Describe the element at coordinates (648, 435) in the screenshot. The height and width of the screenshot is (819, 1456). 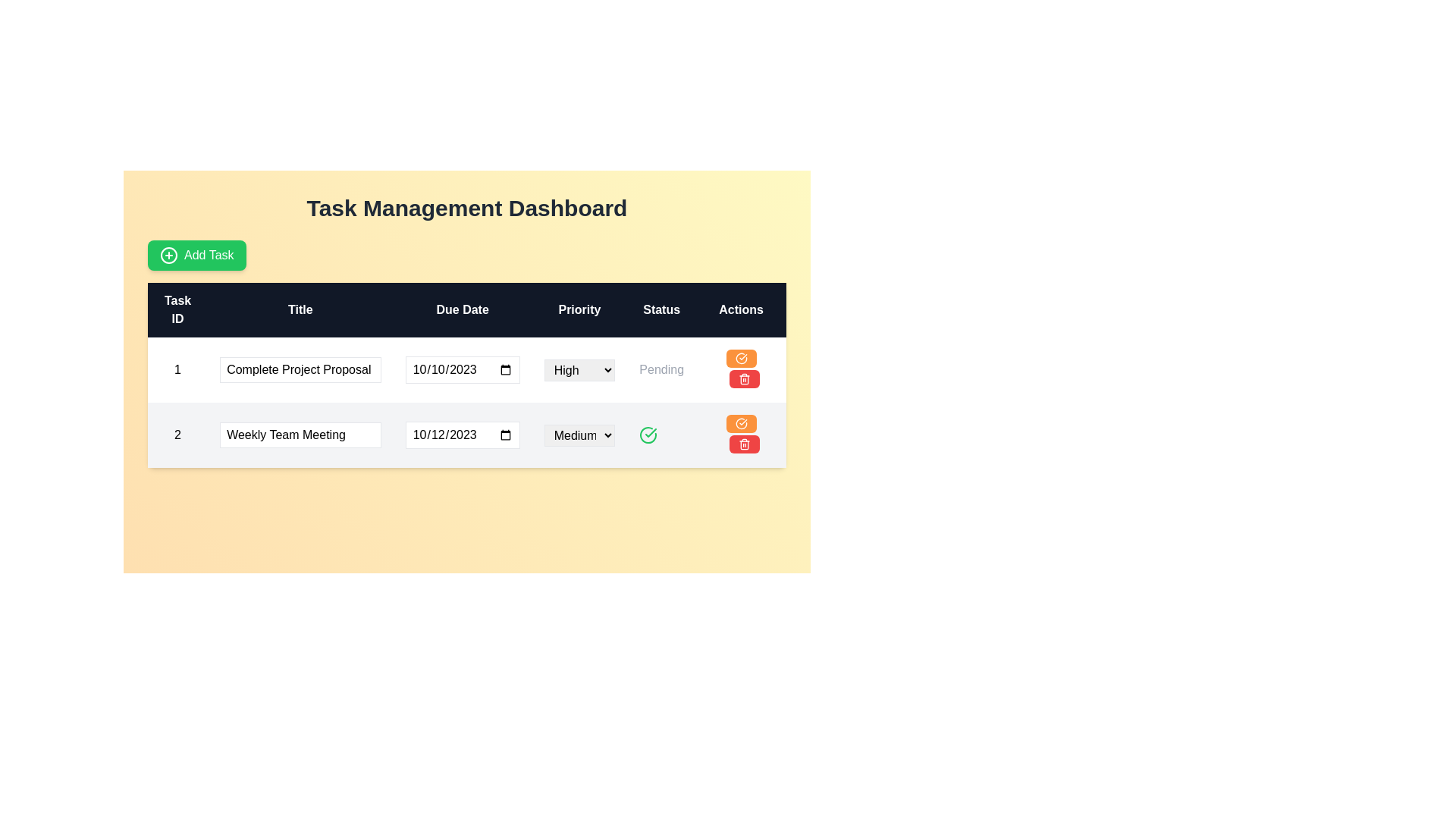
I see `the completed task icon located in the 'Status' column of the second row in the task table, visually linked to the task description` at that location.